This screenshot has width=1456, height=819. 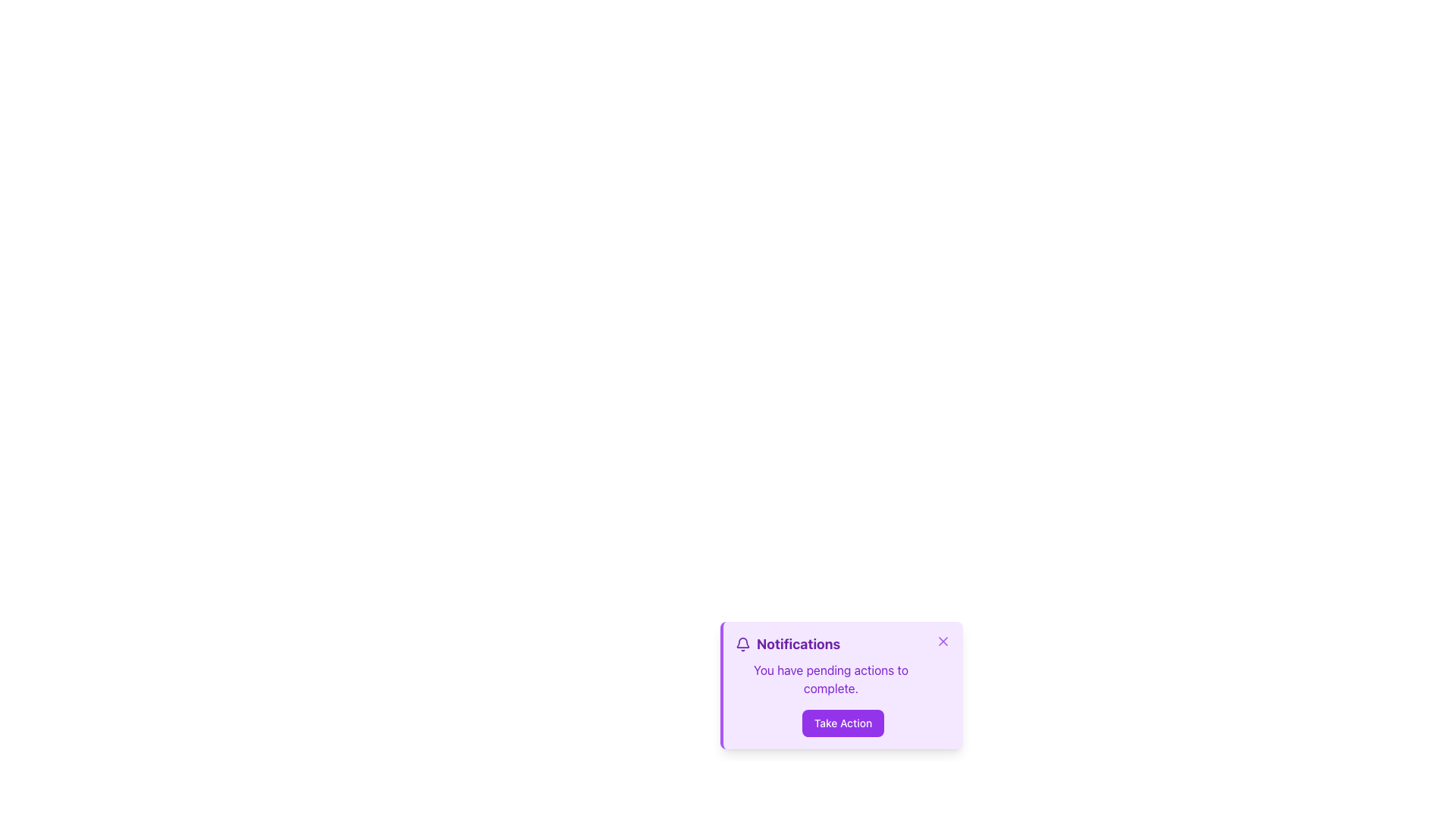 What do you see at coordinates (742, 644) in the screenshot?
I see `the bell icon located at the top-left corner of the notification card, adjacent to the 'Notifications' text` at bounding box center [742, 644].